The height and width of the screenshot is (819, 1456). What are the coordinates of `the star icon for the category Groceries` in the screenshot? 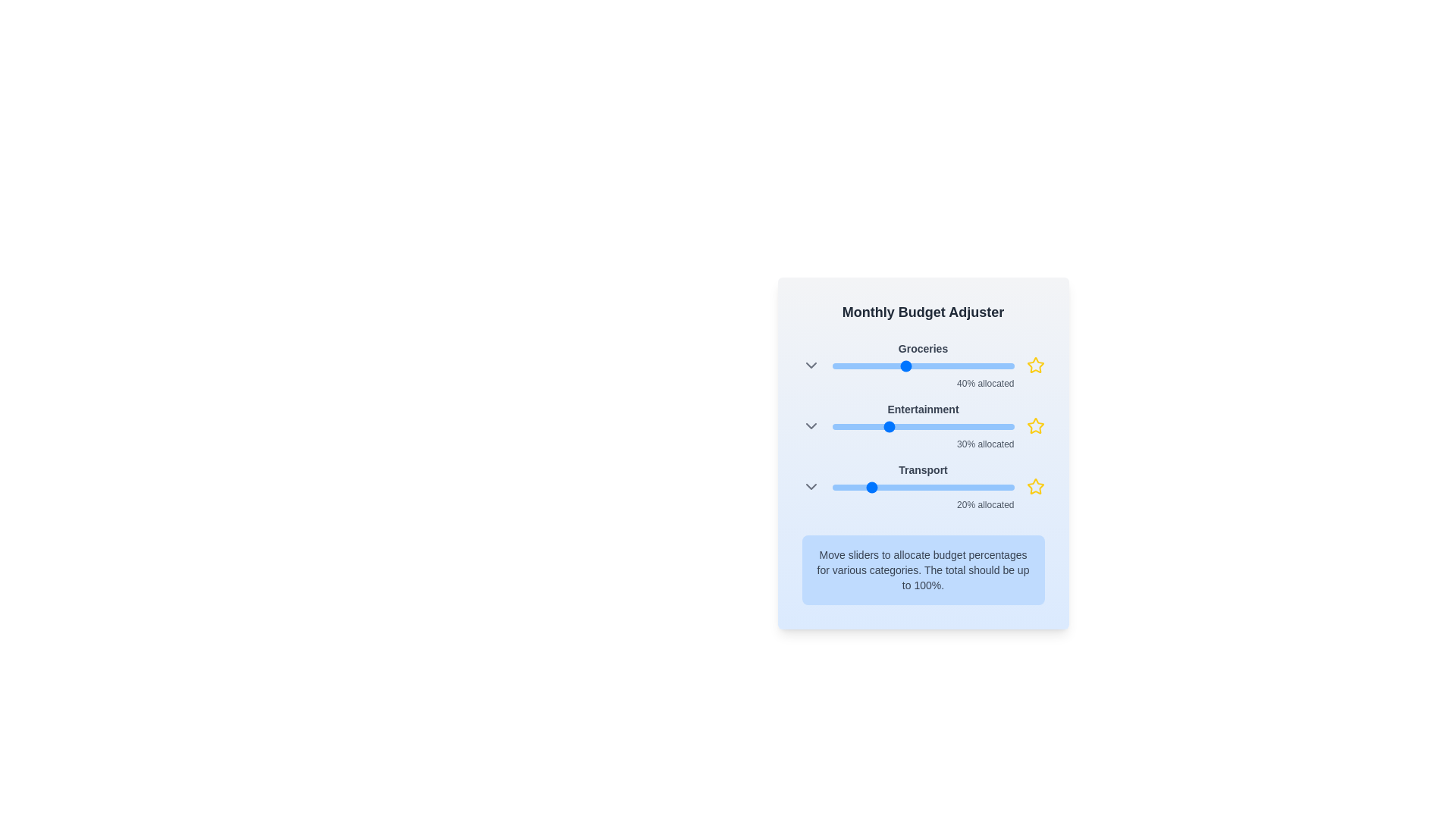 It's located at (1034, 366).